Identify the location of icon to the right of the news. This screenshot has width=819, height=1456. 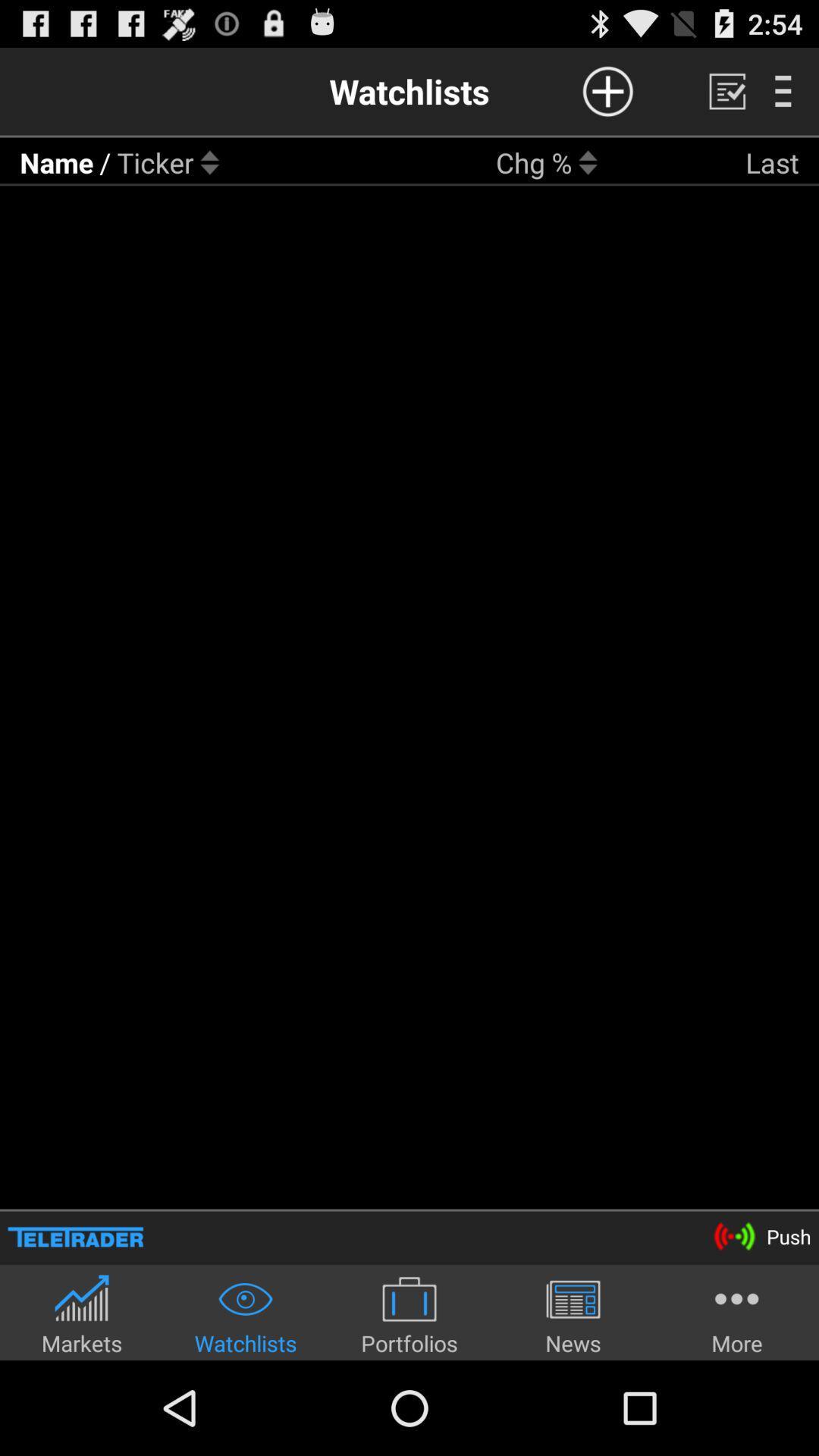
(736, 1313).